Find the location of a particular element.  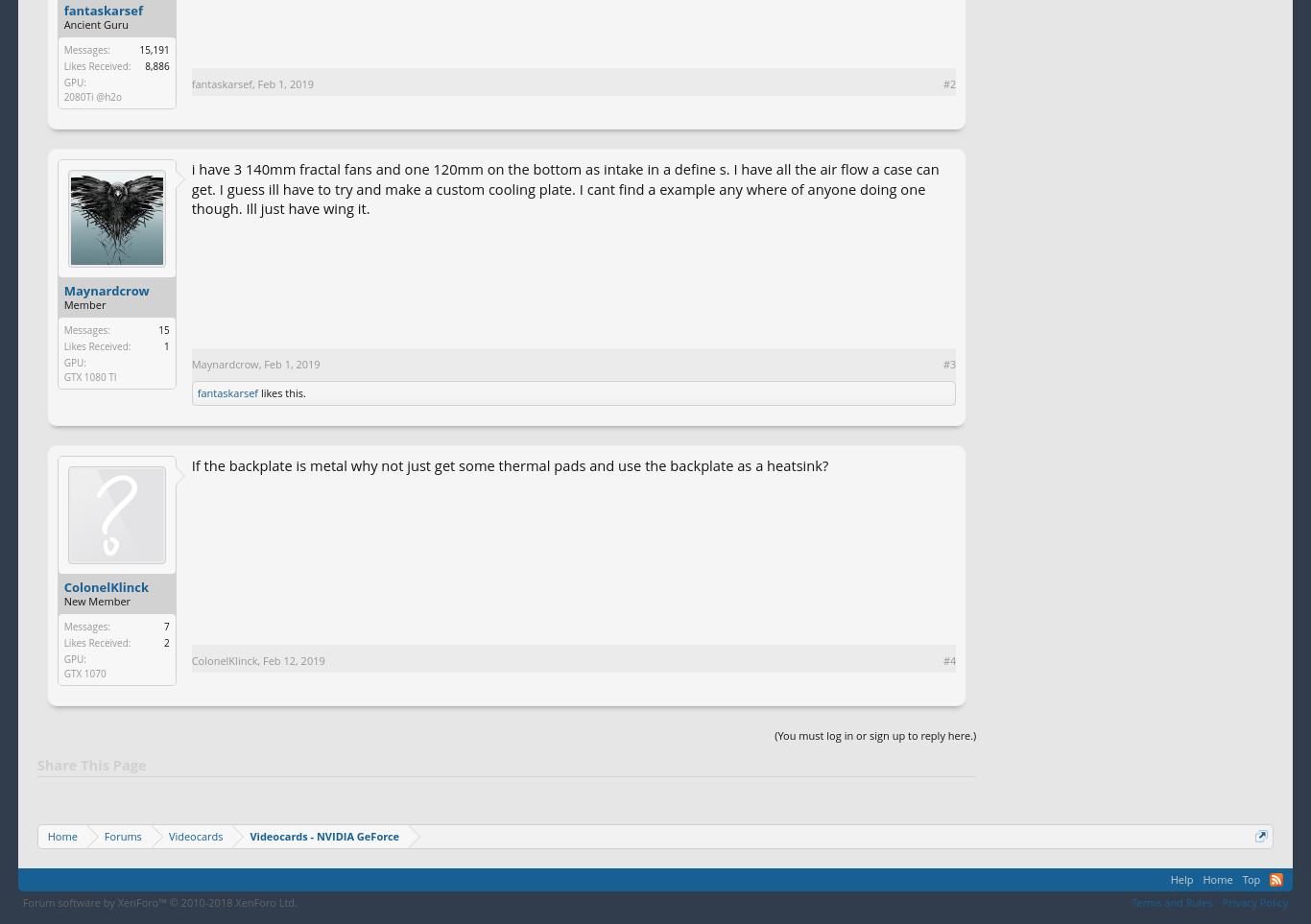

'1' is located at coordinates (164, 345).